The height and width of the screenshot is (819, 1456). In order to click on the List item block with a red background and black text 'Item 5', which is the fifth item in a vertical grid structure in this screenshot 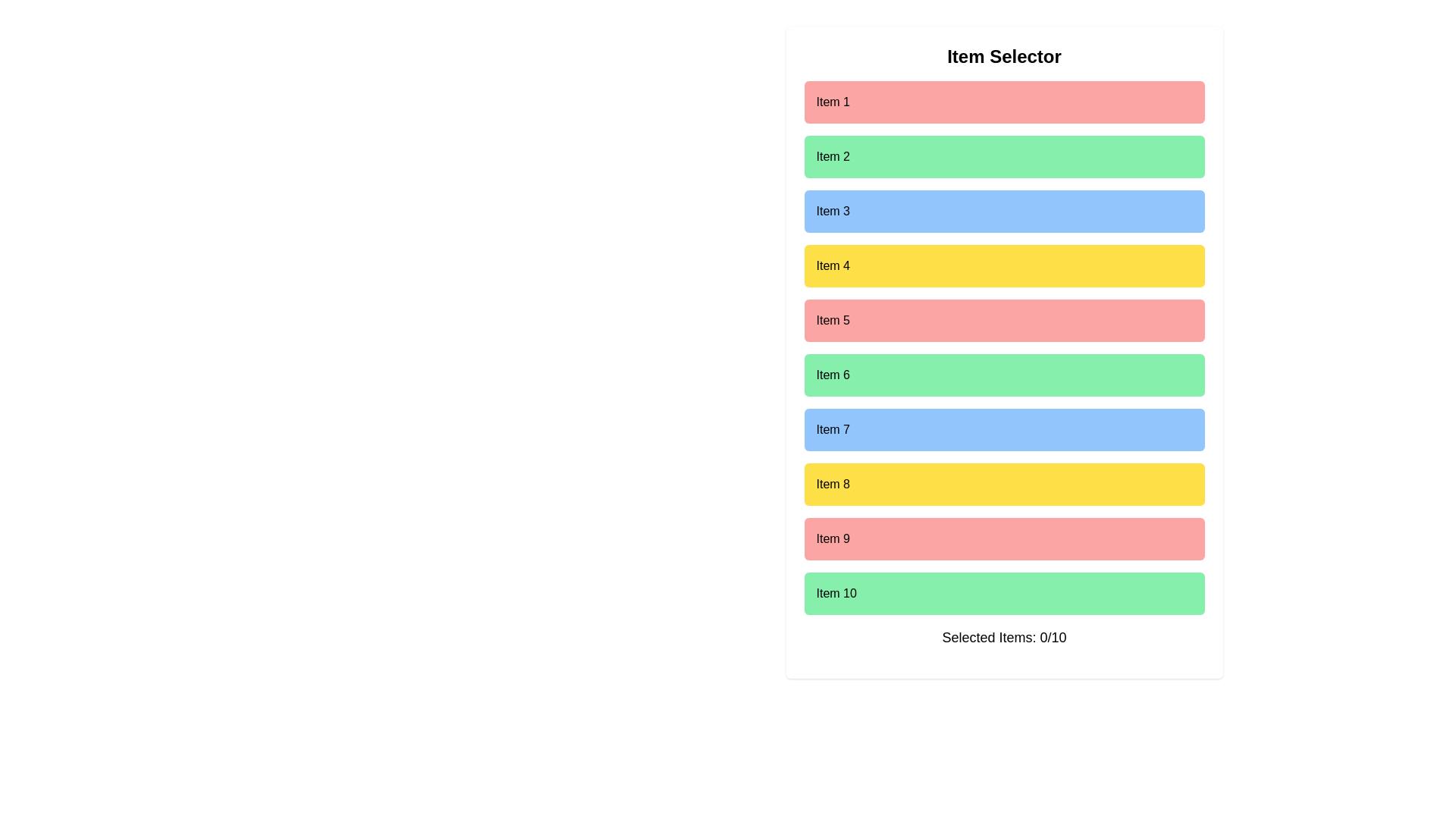, I will do `click(1004, 320)`.